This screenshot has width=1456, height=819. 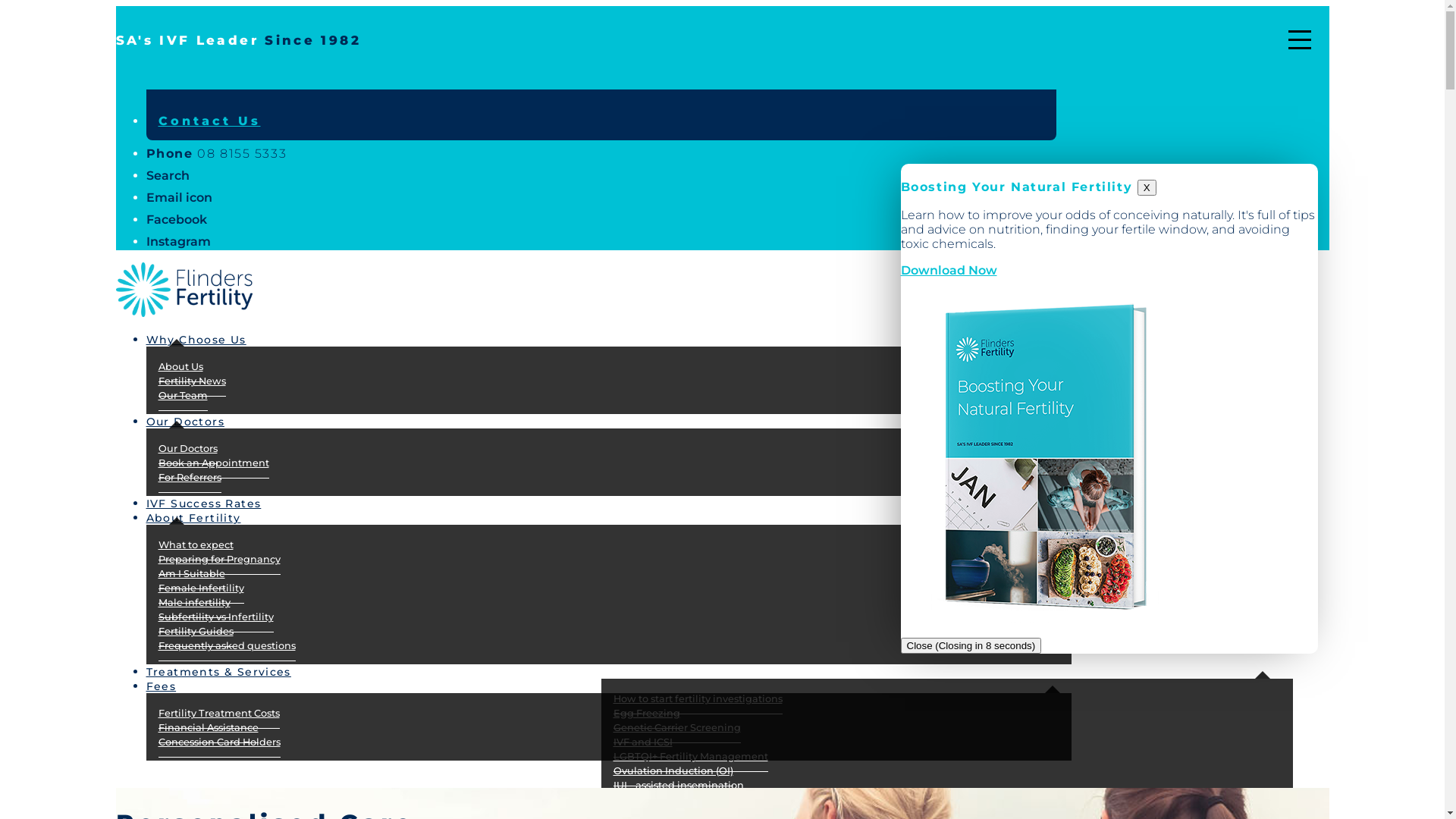 I want to click on 'Egg Freezing', so click(x=645, y=714).